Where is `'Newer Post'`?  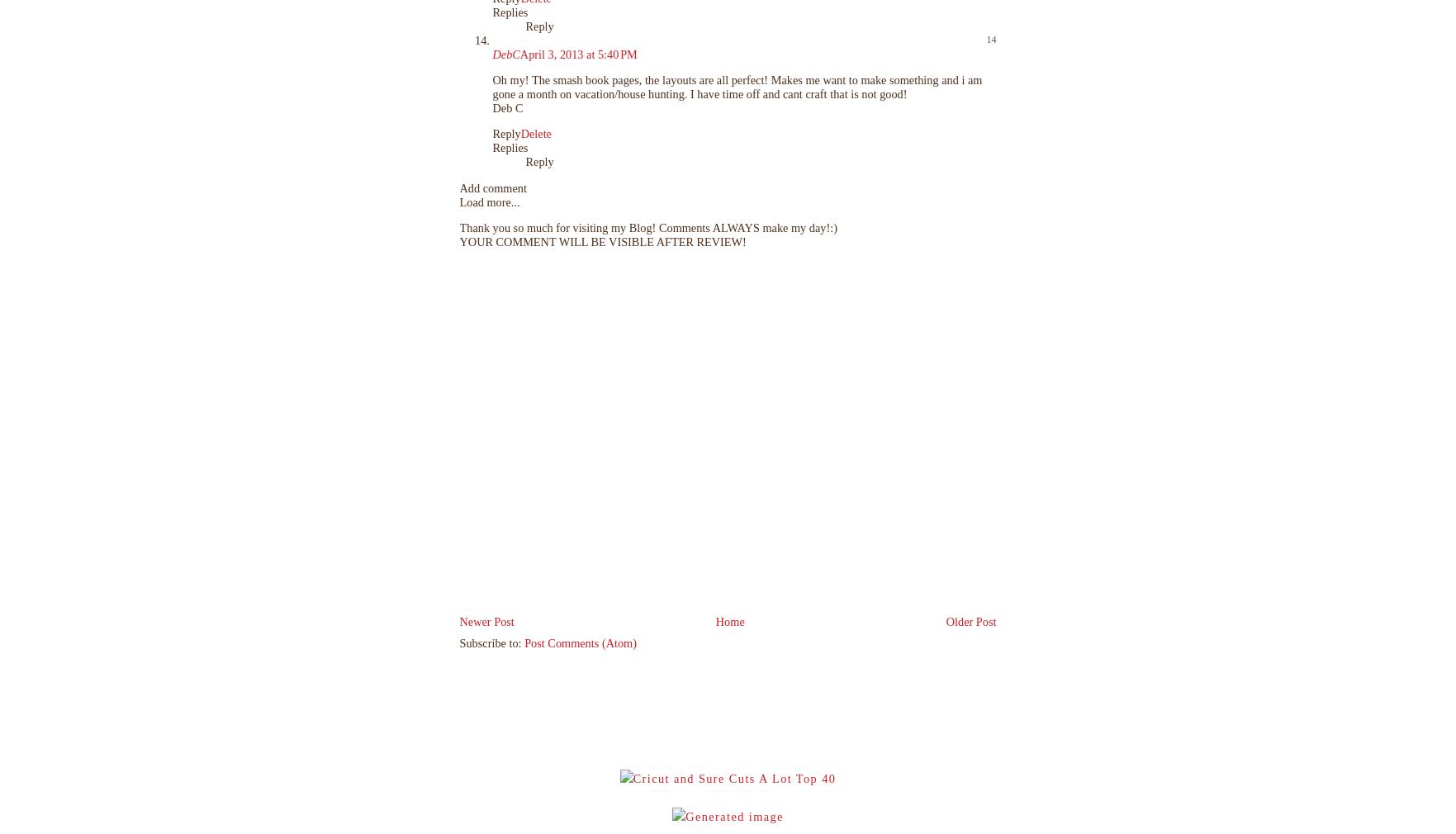
'Newer Post' is located at coordinates (486, 620).